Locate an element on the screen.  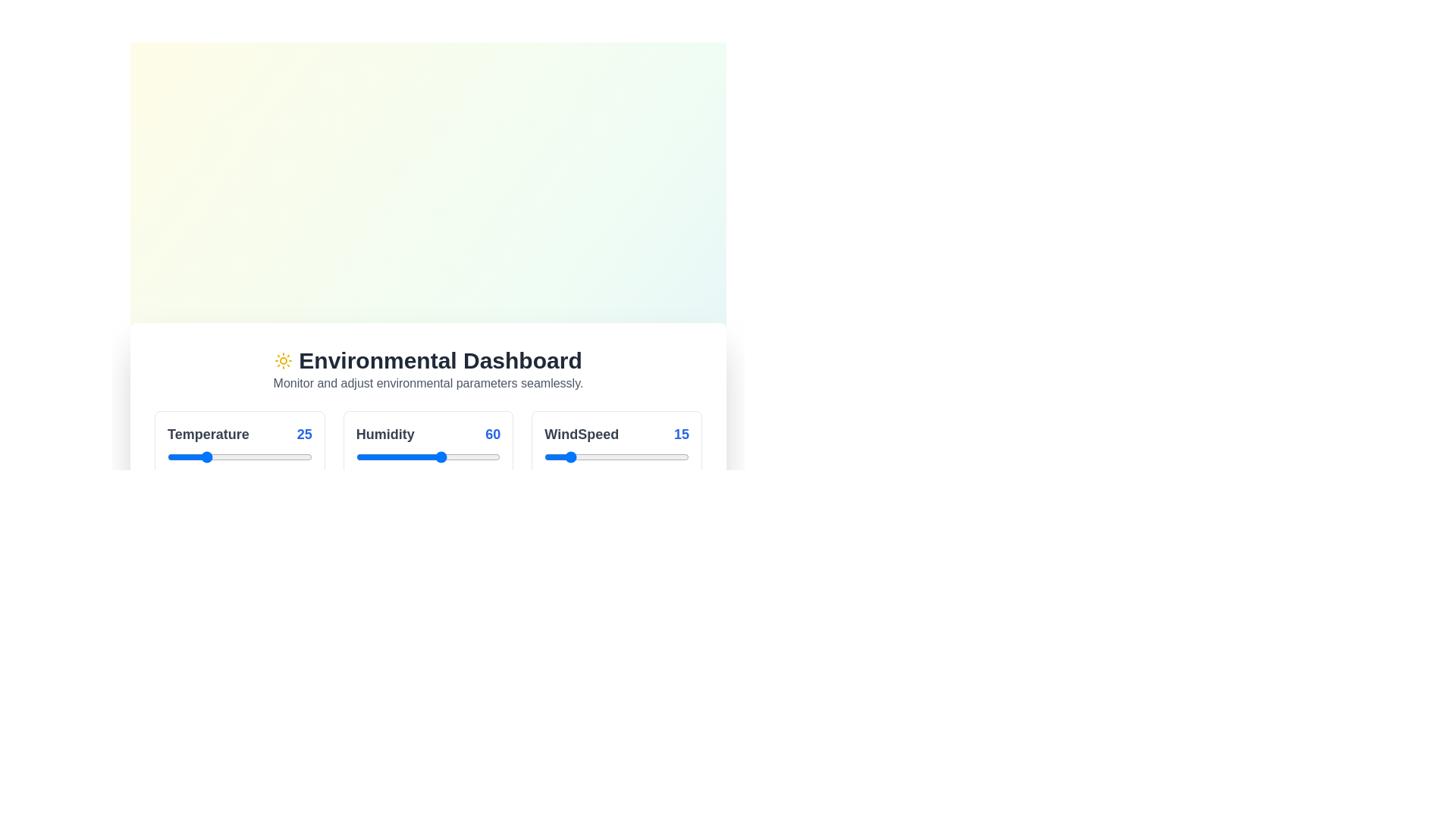
the Humidity slider is located at coordinates (408, 456).